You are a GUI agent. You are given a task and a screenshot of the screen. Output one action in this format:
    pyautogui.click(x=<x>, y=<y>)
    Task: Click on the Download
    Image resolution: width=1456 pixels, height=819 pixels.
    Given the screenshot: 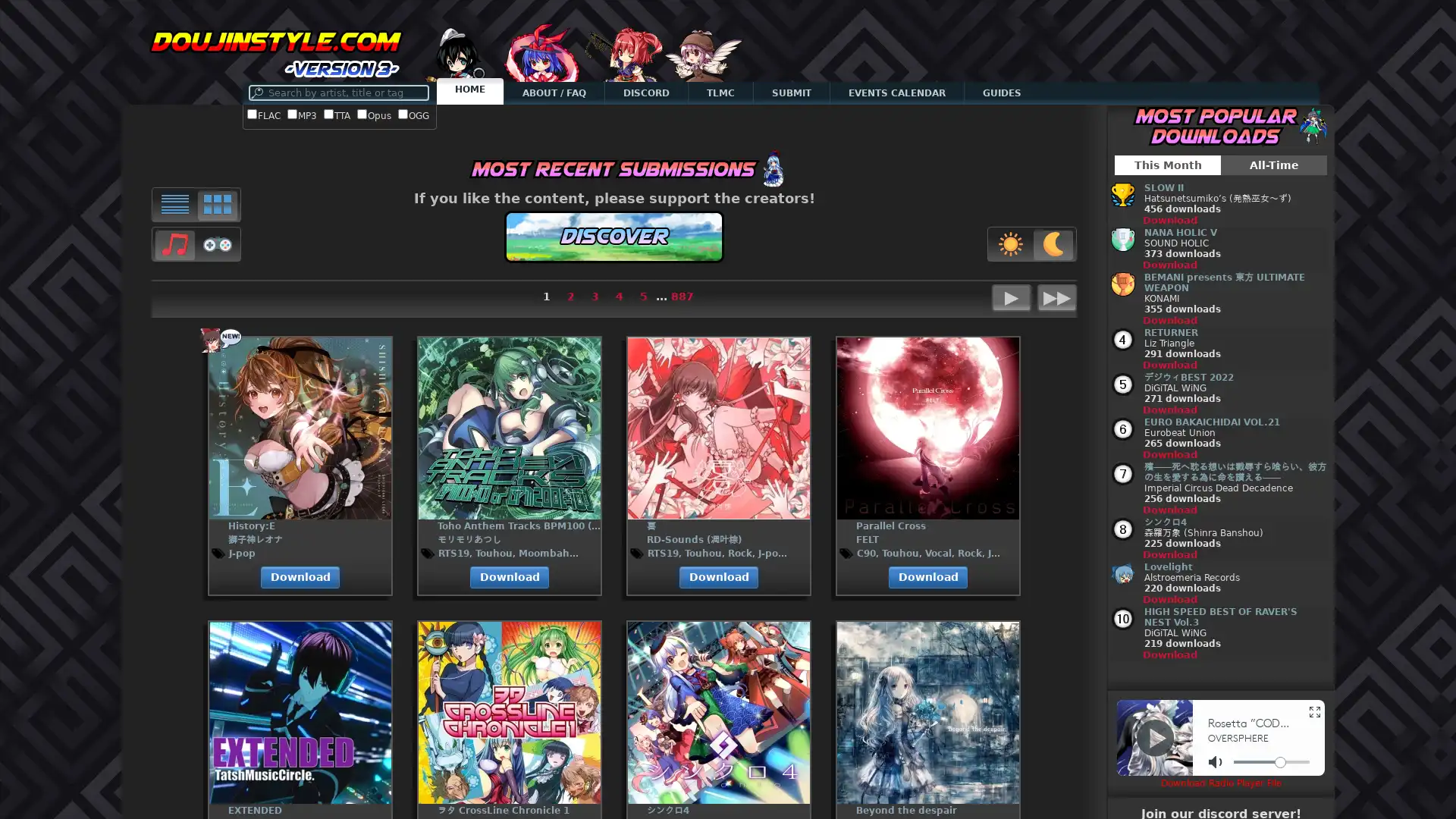 What is the action you would take?
    pyautogui.click(x=1169, y=409)
    